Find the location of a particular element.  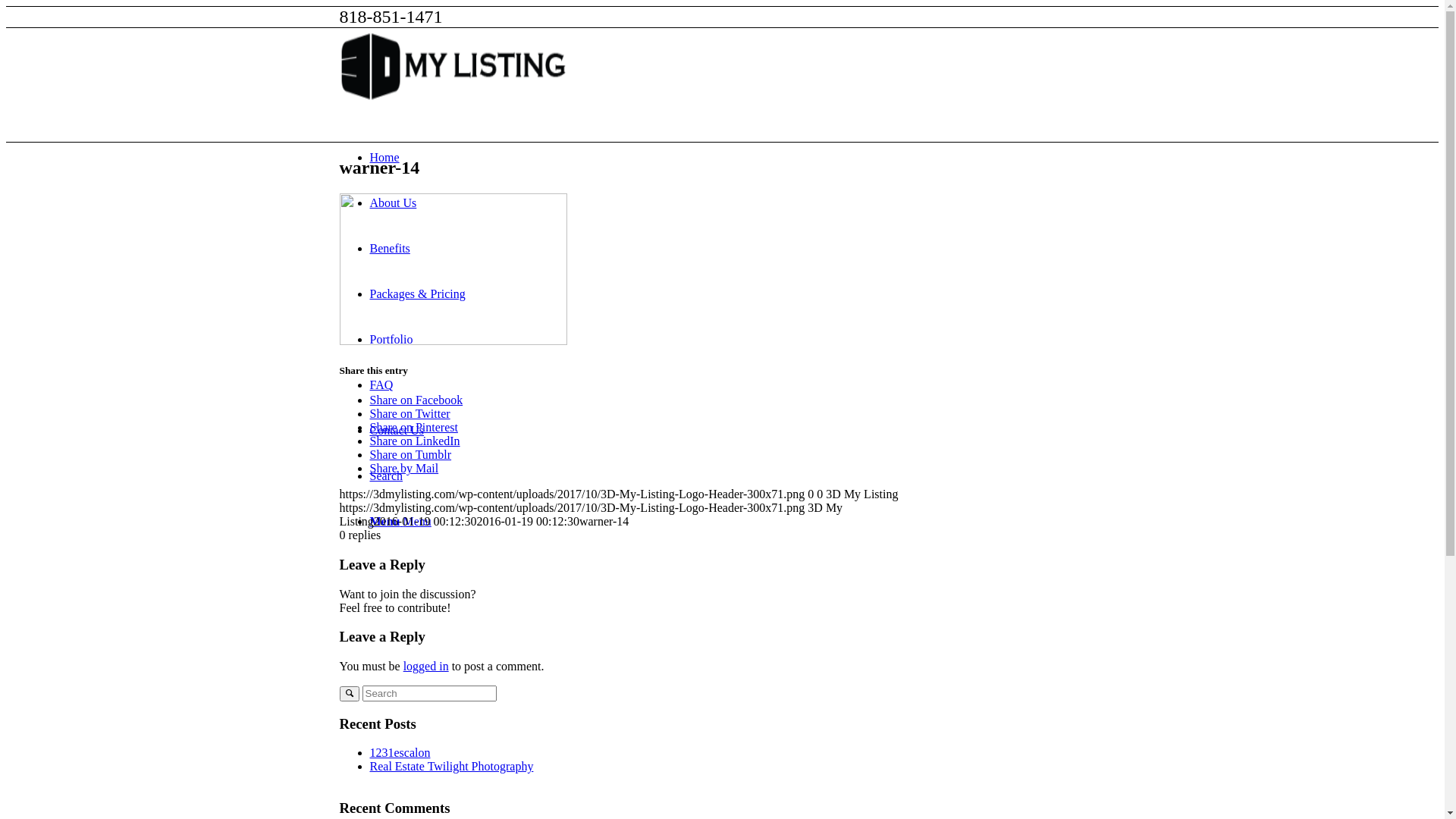

'Share on Pinterest' is located at coordinates (370, 427).